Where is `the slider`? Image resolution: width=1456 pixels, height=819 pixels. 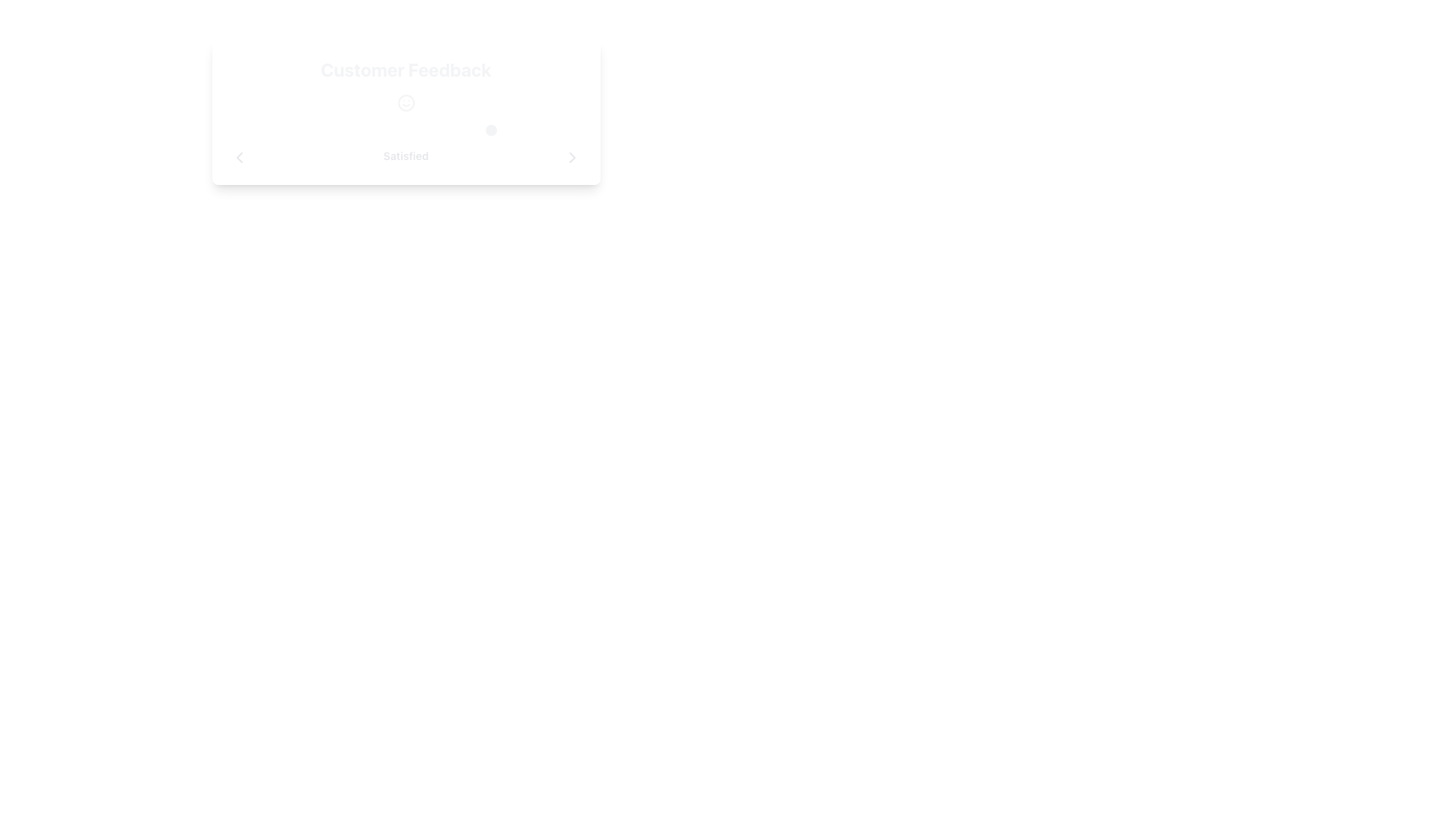
the slider is located at coordinates (494, 130).